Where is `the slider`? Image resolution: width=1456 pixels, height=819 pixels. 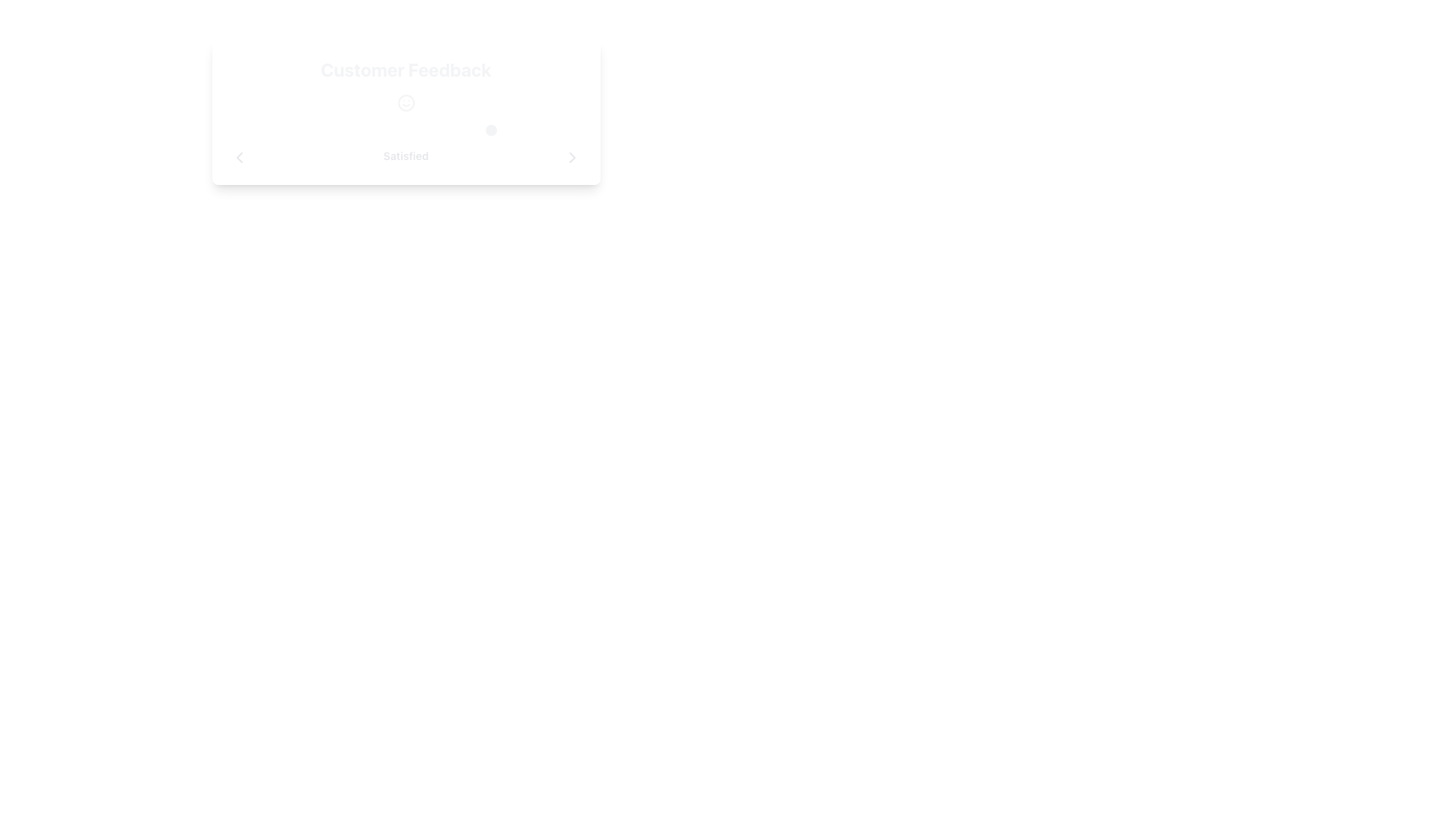
the slider is located at coordinates (494, 130).